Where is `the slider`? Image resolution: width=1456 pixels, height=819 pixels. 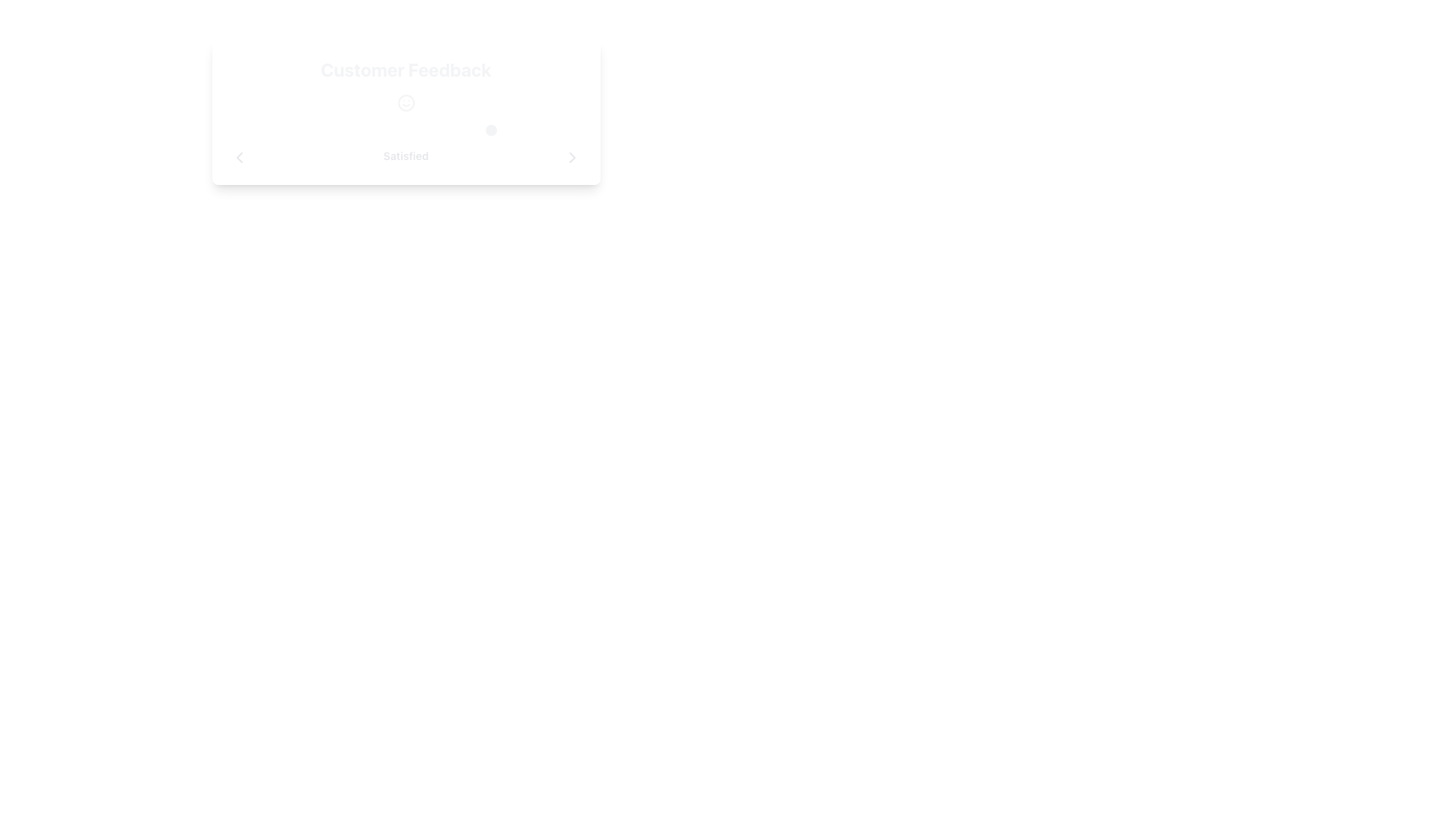
the slider is located at coordinates (494, 130).